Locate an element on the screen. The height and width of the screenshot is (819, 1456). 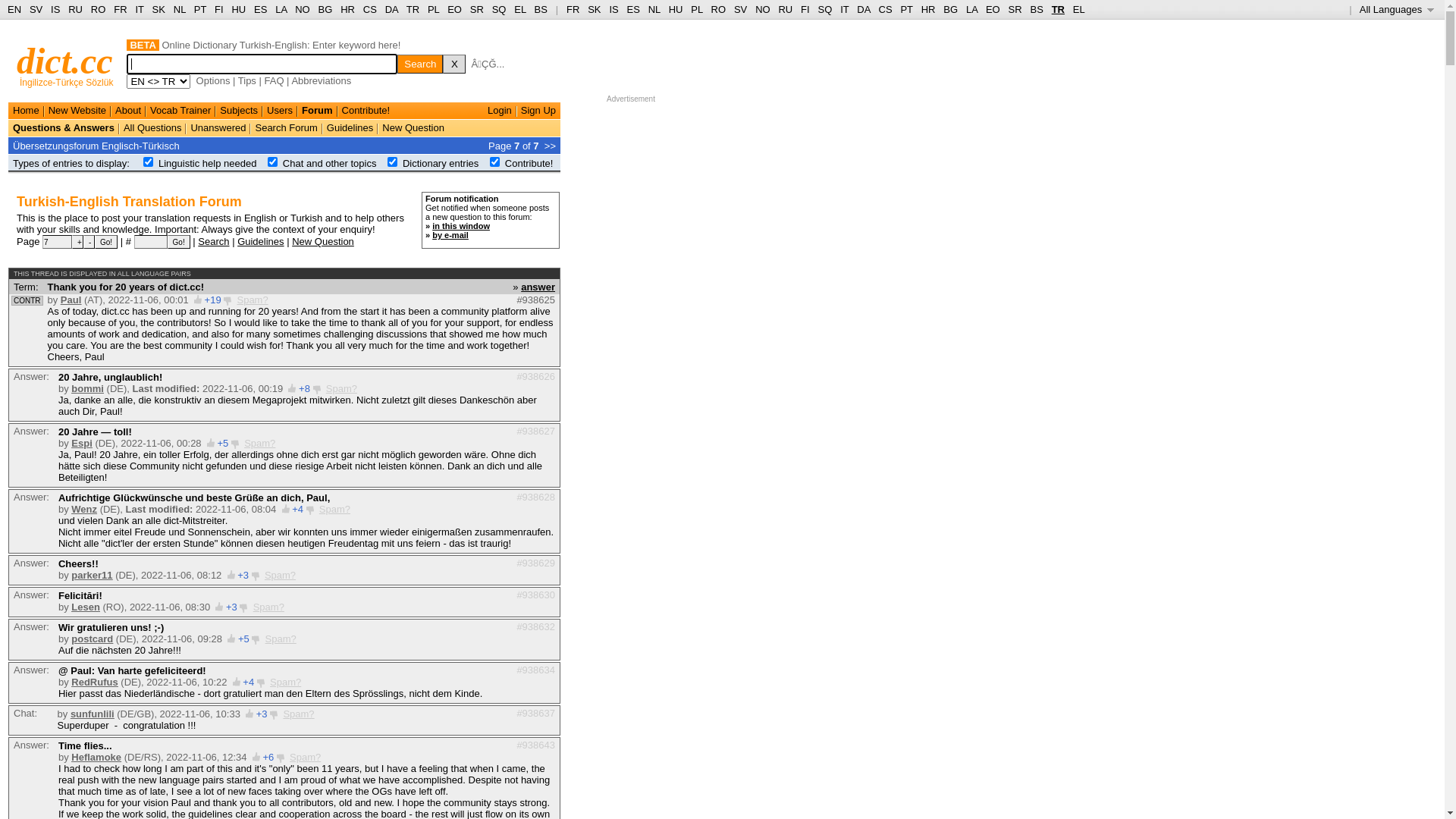
'New Question' is located at coordinates (413, 127).